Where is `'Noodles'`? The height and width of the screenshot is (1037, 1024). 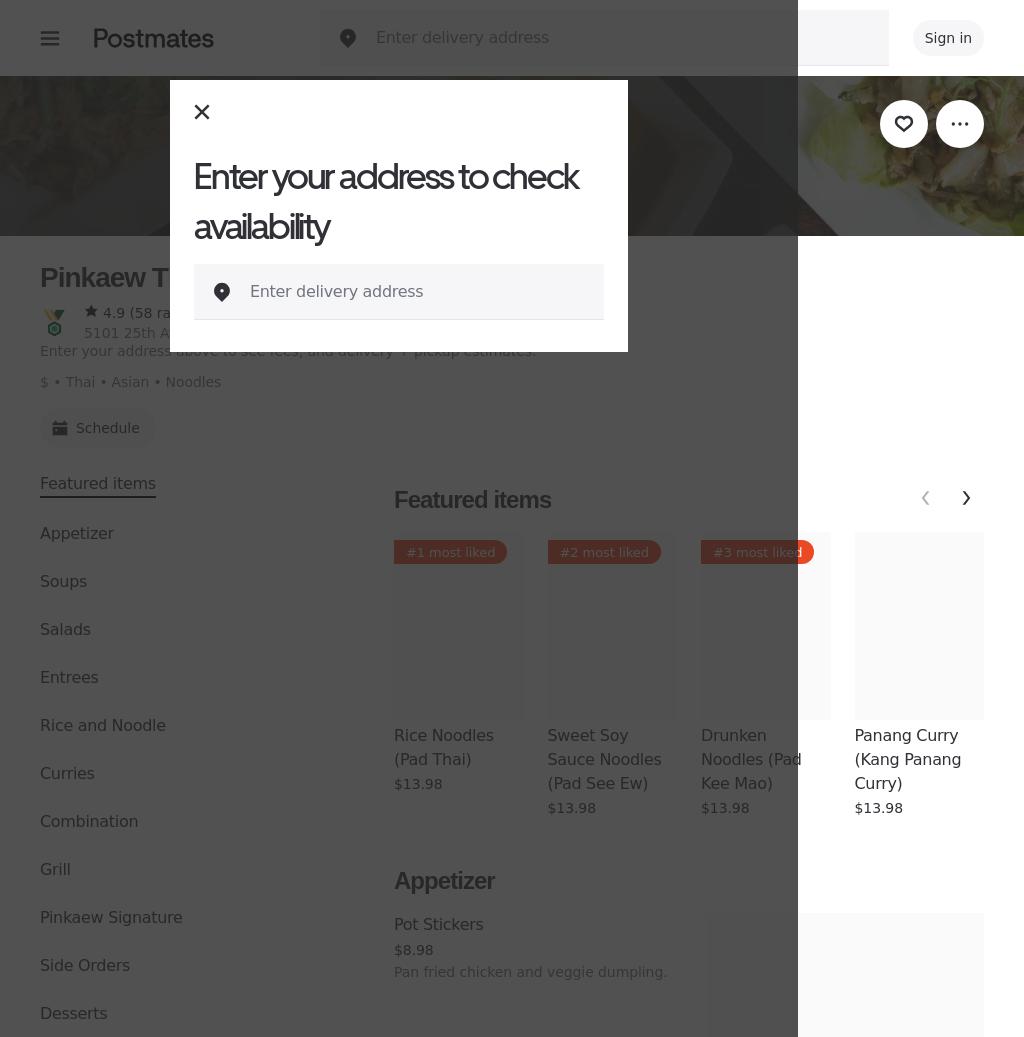 'Noodles' is located at coordinates (163, 381).